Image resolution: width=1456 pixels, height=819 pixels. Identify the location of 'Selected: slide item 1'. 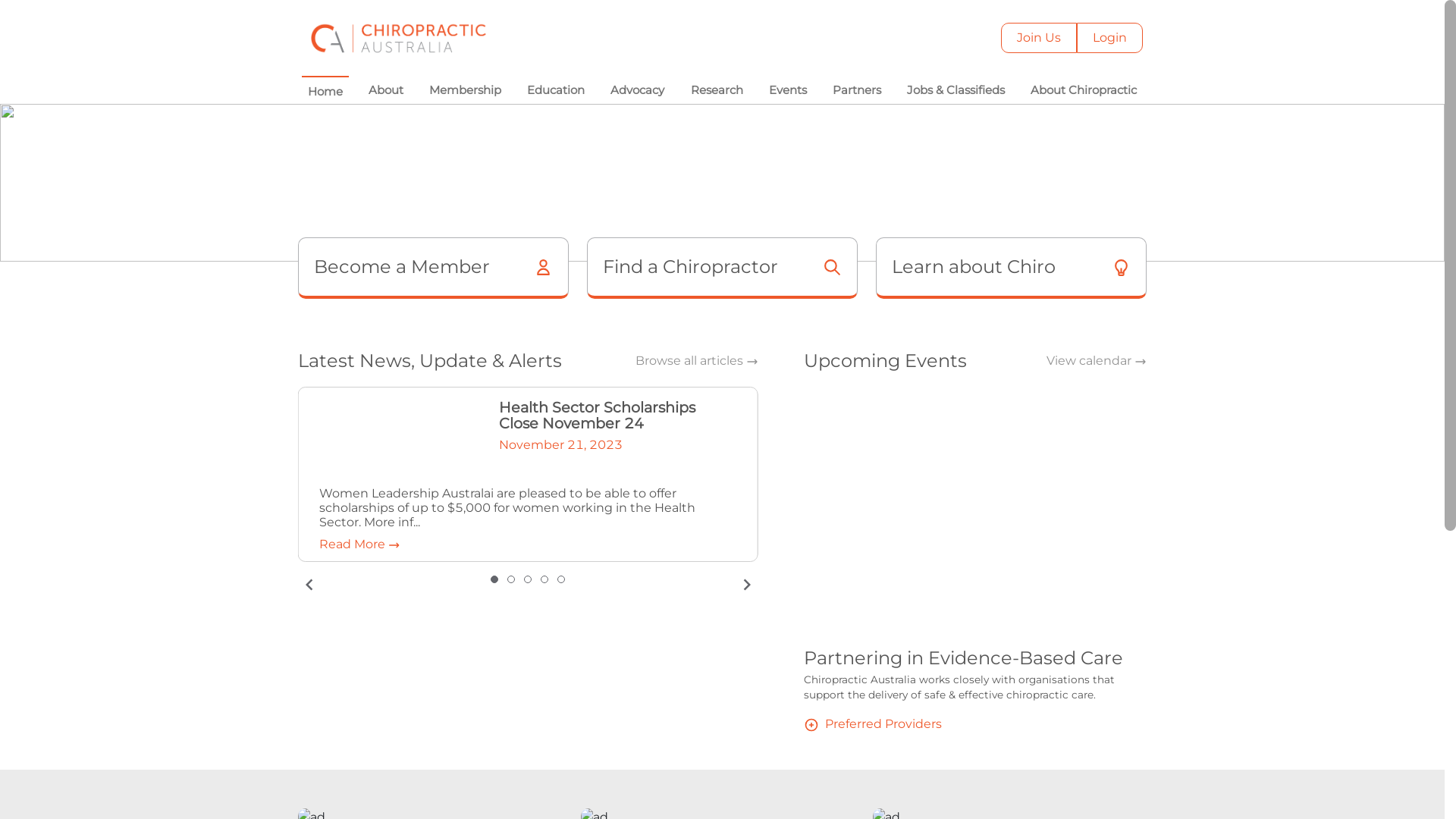
(491, 579).